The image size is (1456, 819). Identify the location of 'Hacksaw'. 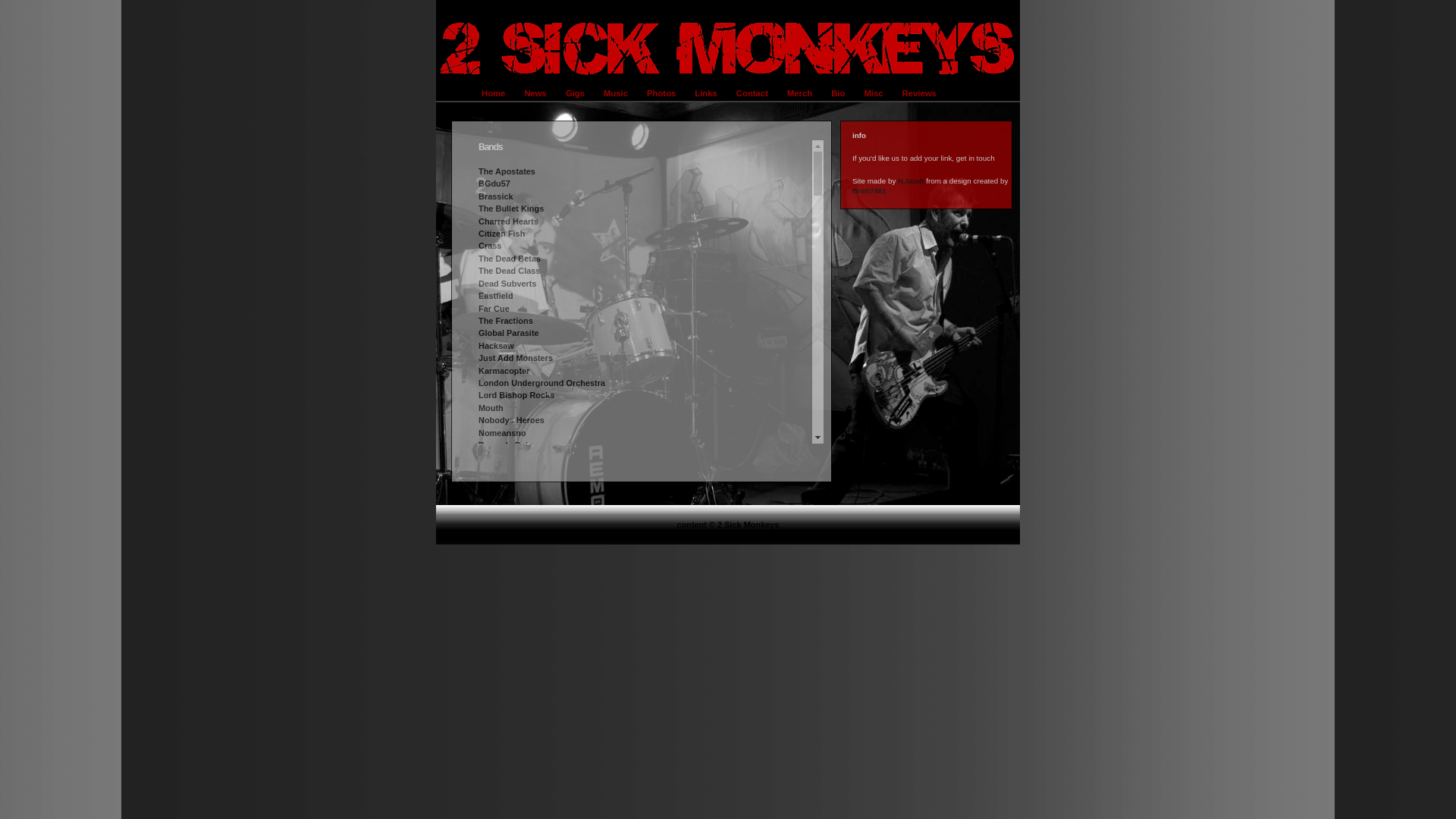
(477, 345).